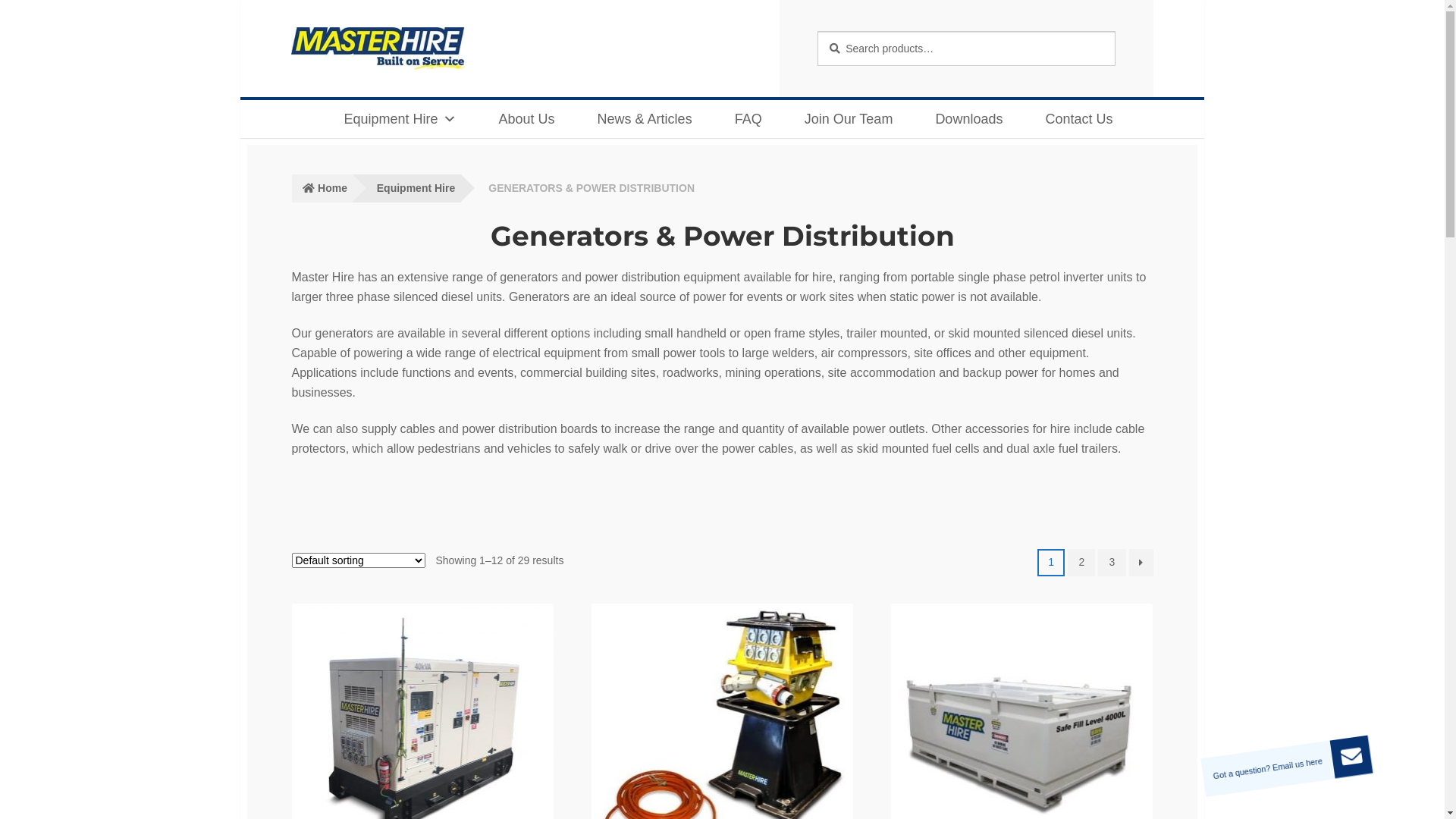 The width and height of the screenshot is (1456, 819). I want to click on 'Search', so click(816, 30).